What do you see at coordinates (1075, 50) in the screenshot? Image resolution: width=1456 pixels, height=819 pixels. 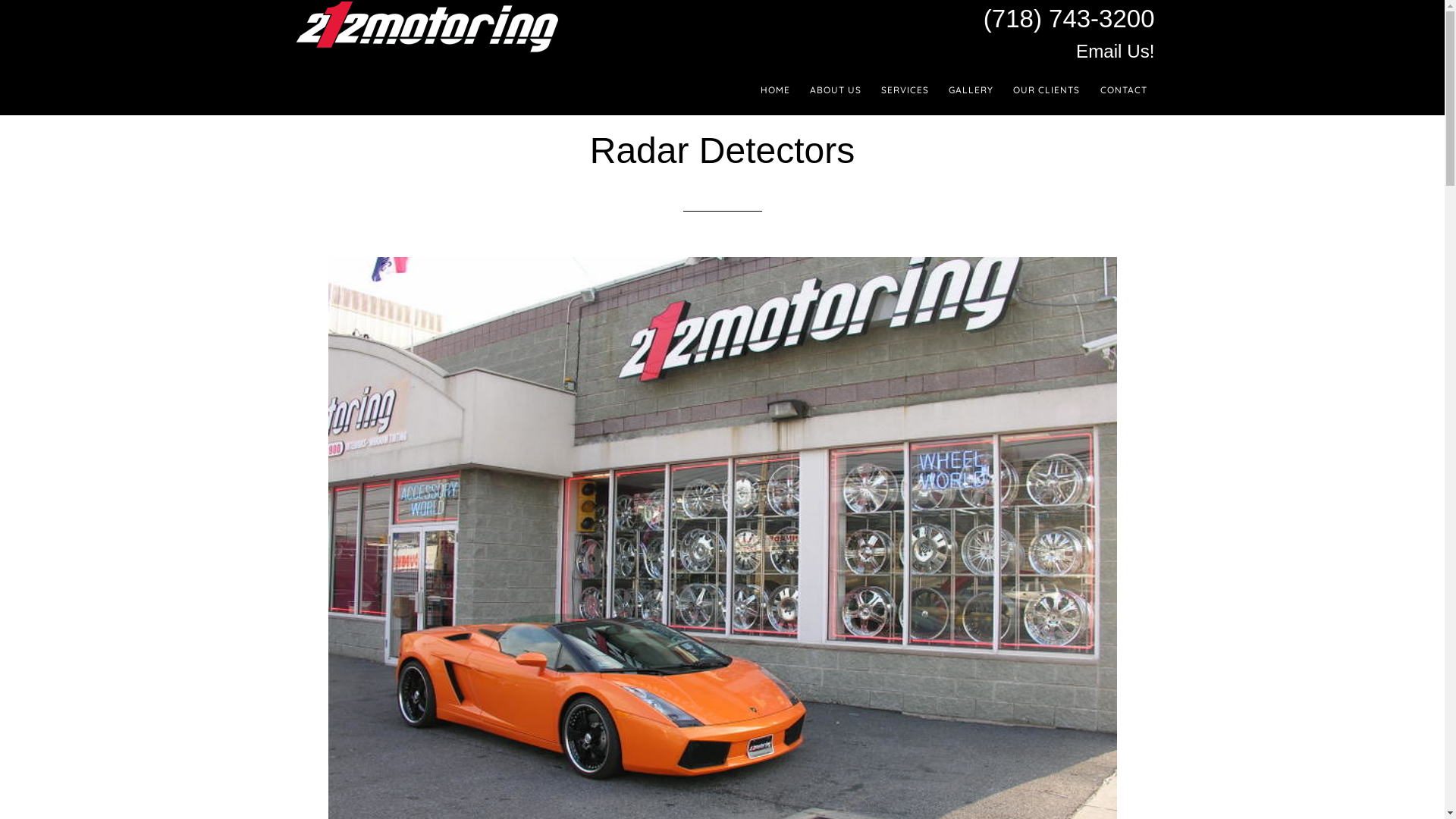 I see `'Email Us!'` at bounding box center [1075, 50].